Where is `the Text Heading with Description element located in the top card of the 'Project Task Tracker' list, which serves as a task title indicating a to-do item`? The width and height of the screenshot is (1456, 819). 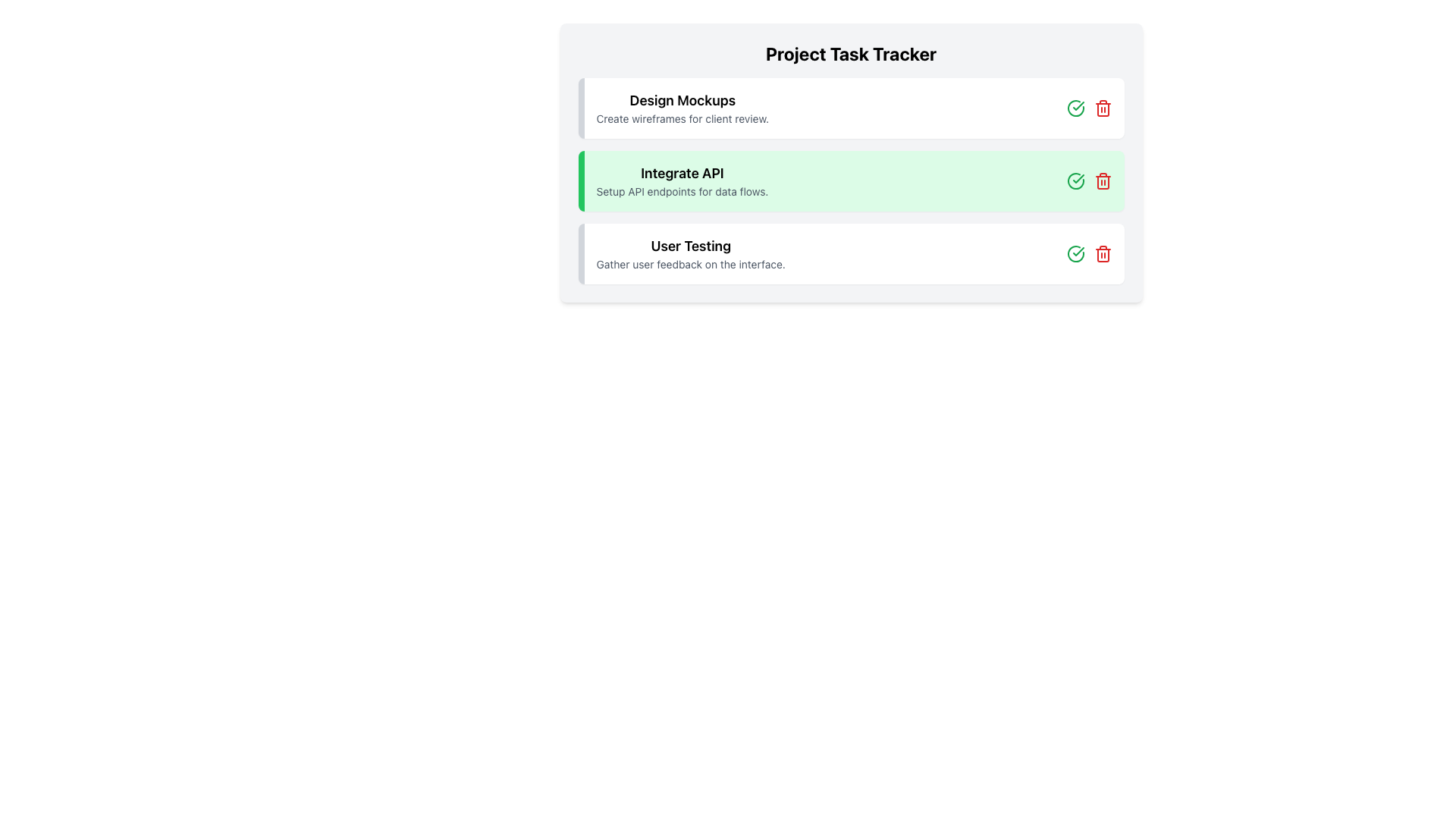
the Text Heading with Description element located in the top card of the 'Project Task Tracker' list, which serves as a task title indicating a to-do item is located at coordinates (682, 107).